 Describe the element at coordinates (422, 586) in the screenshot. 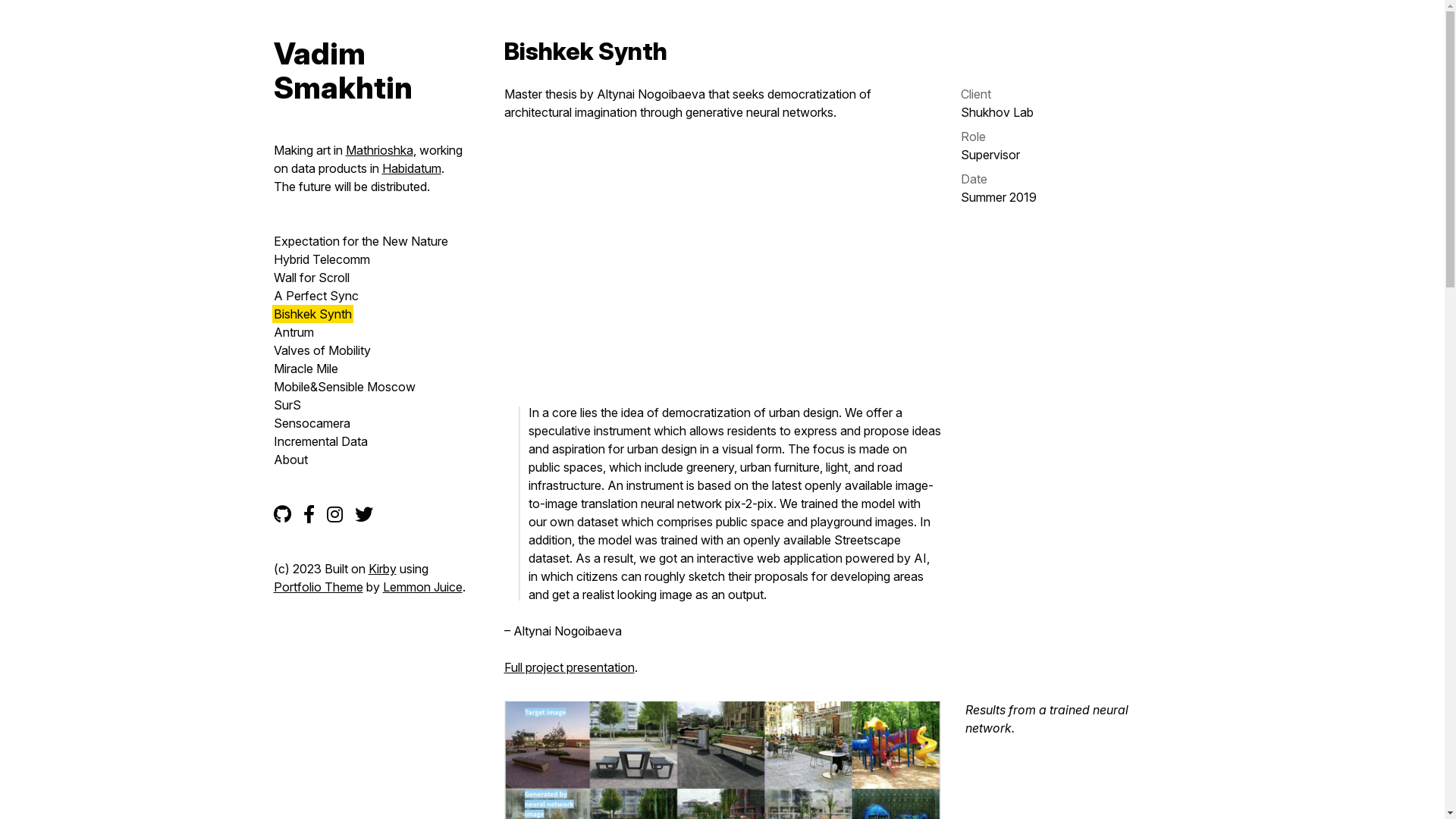

I see `'Lemmon Juice'` at that location.